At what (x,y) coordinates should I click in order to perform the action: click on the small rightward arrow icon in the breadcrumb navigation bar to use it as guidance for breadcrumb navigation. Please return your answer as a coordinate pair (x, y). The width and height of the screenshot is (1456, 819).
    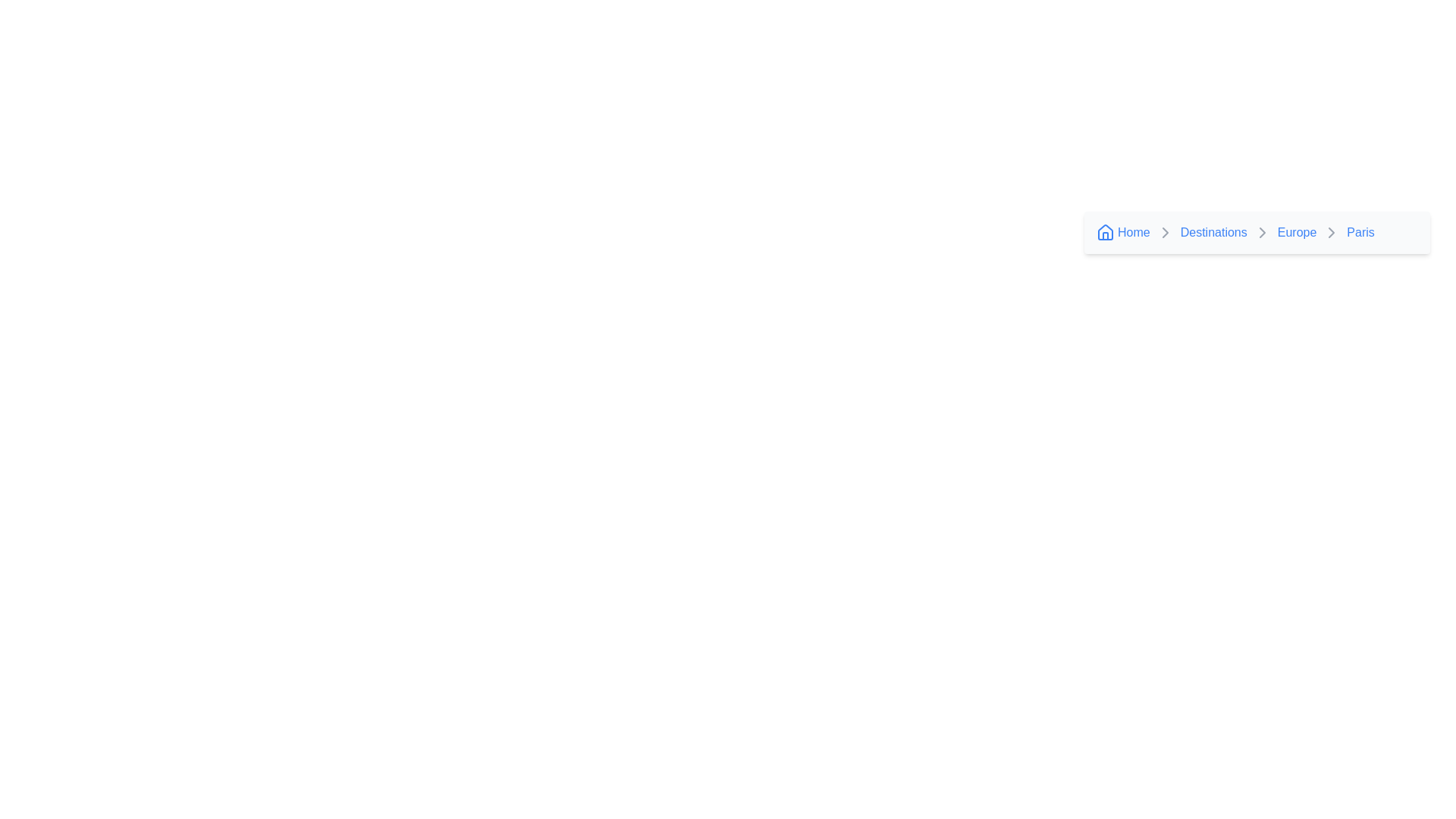
    Looking at the image, I should click on (1164, 233).